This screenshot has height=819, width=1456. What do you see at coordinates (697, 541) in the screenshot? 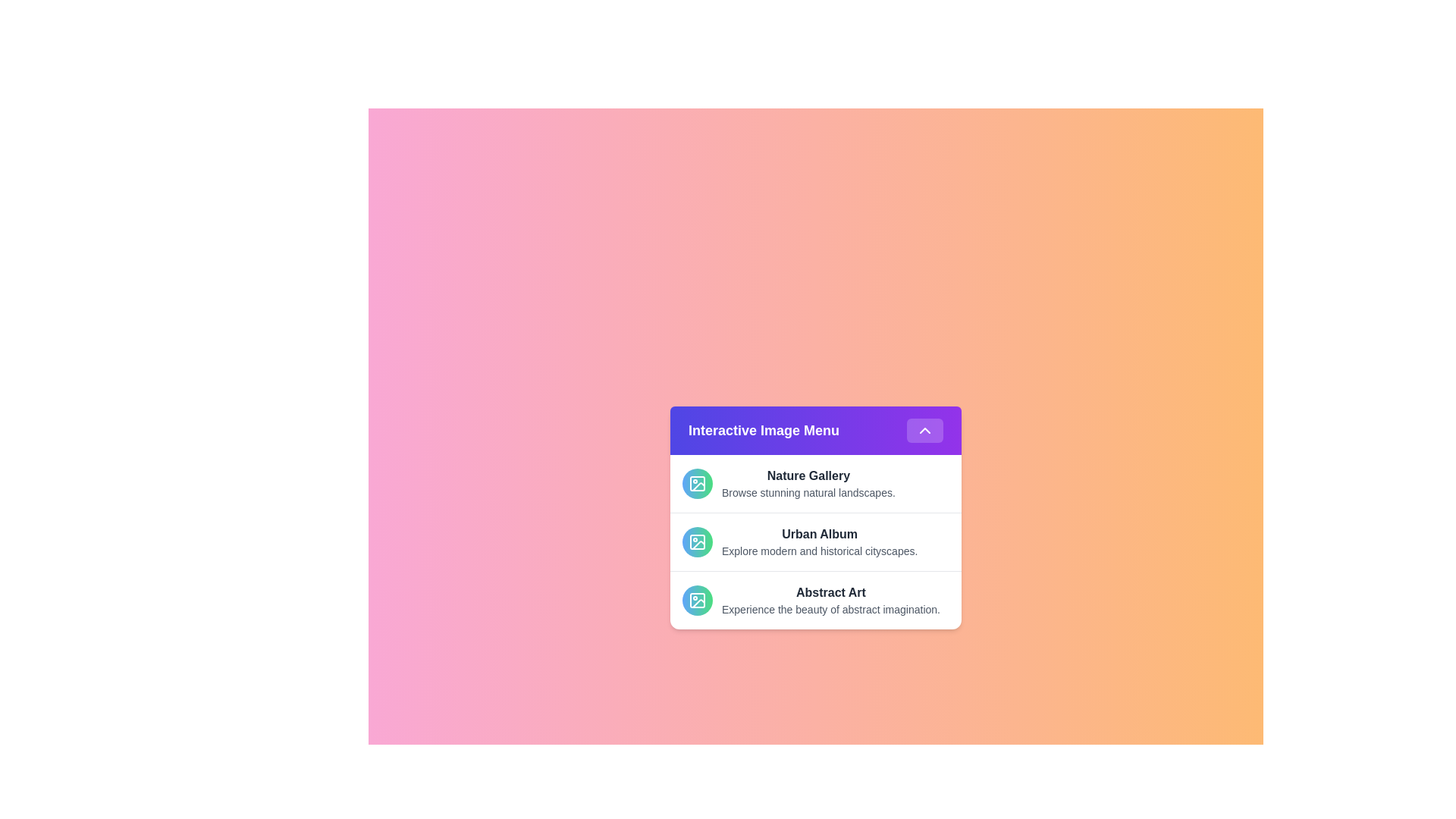
I see `the icon of the Urban Album menu item` at bounding box center [697, 541].